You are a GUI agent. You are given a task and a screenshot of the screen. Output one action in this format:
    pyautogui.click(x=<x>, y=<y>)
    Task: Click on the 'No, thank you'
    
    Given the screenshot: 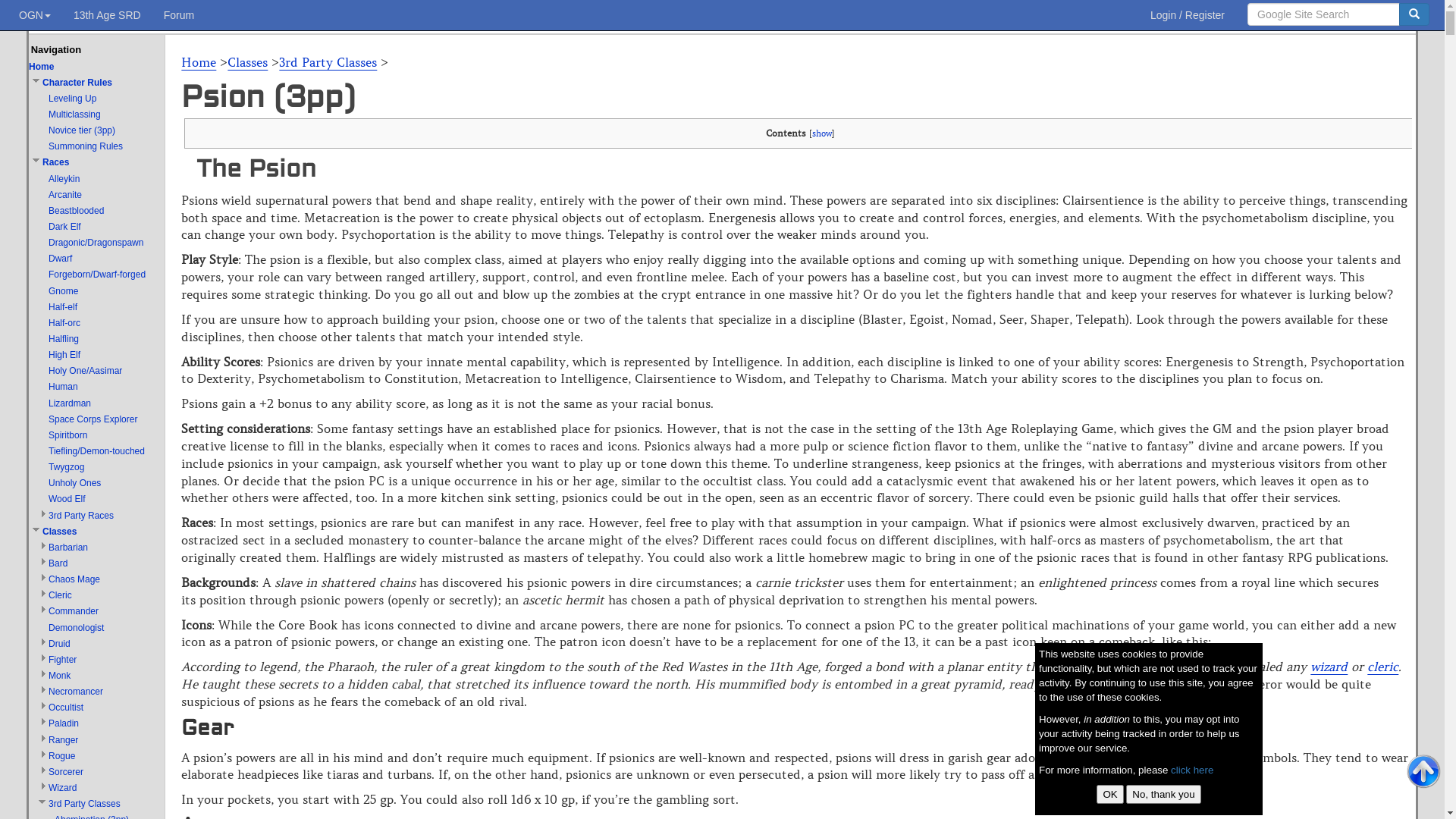 What is the action you would take?
    pyautogui.click(x=1163, y=793)
    